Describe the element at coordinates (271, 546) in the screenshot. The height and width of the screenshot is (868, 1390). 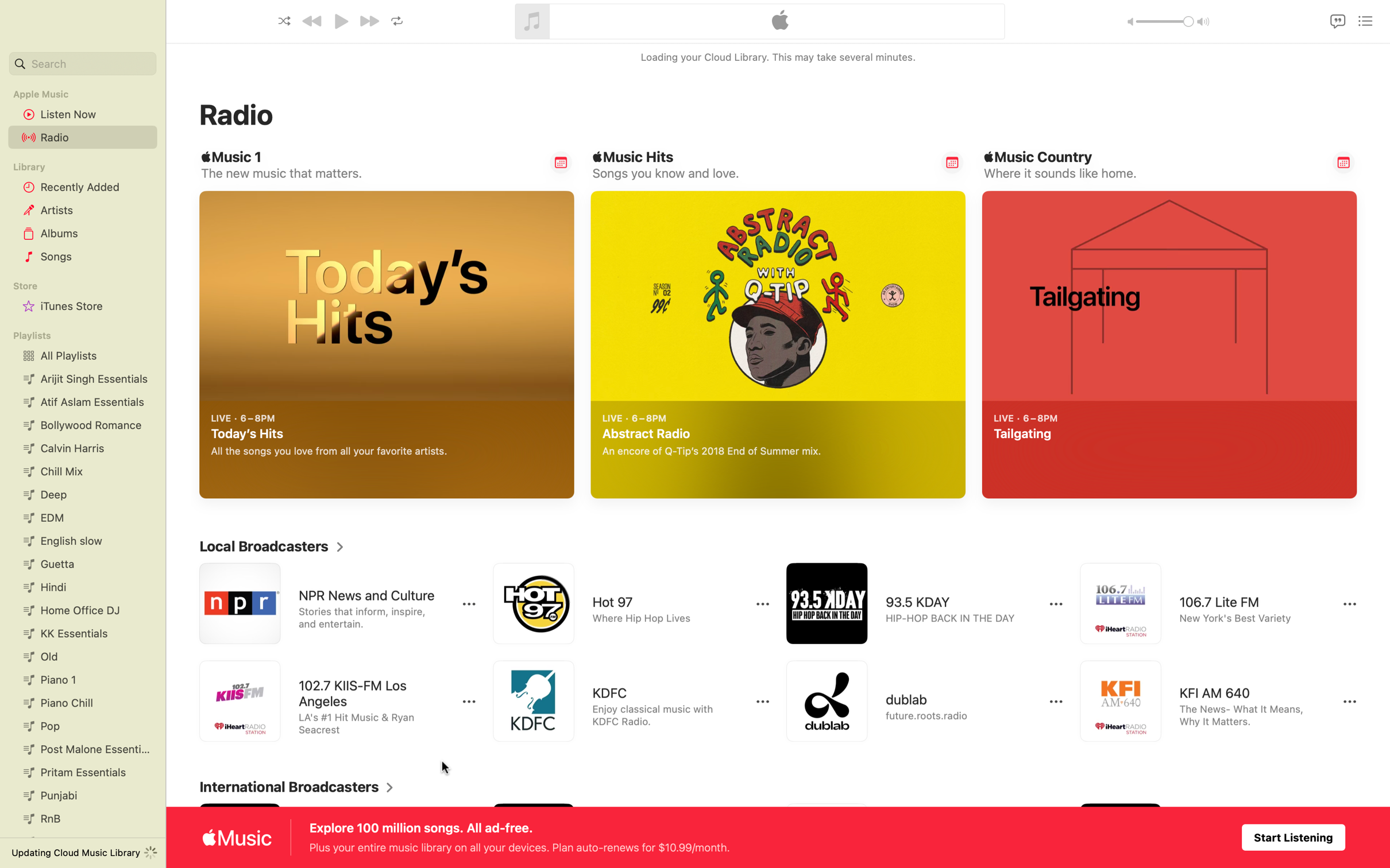
I see `Expand local broadcasters` at that location.